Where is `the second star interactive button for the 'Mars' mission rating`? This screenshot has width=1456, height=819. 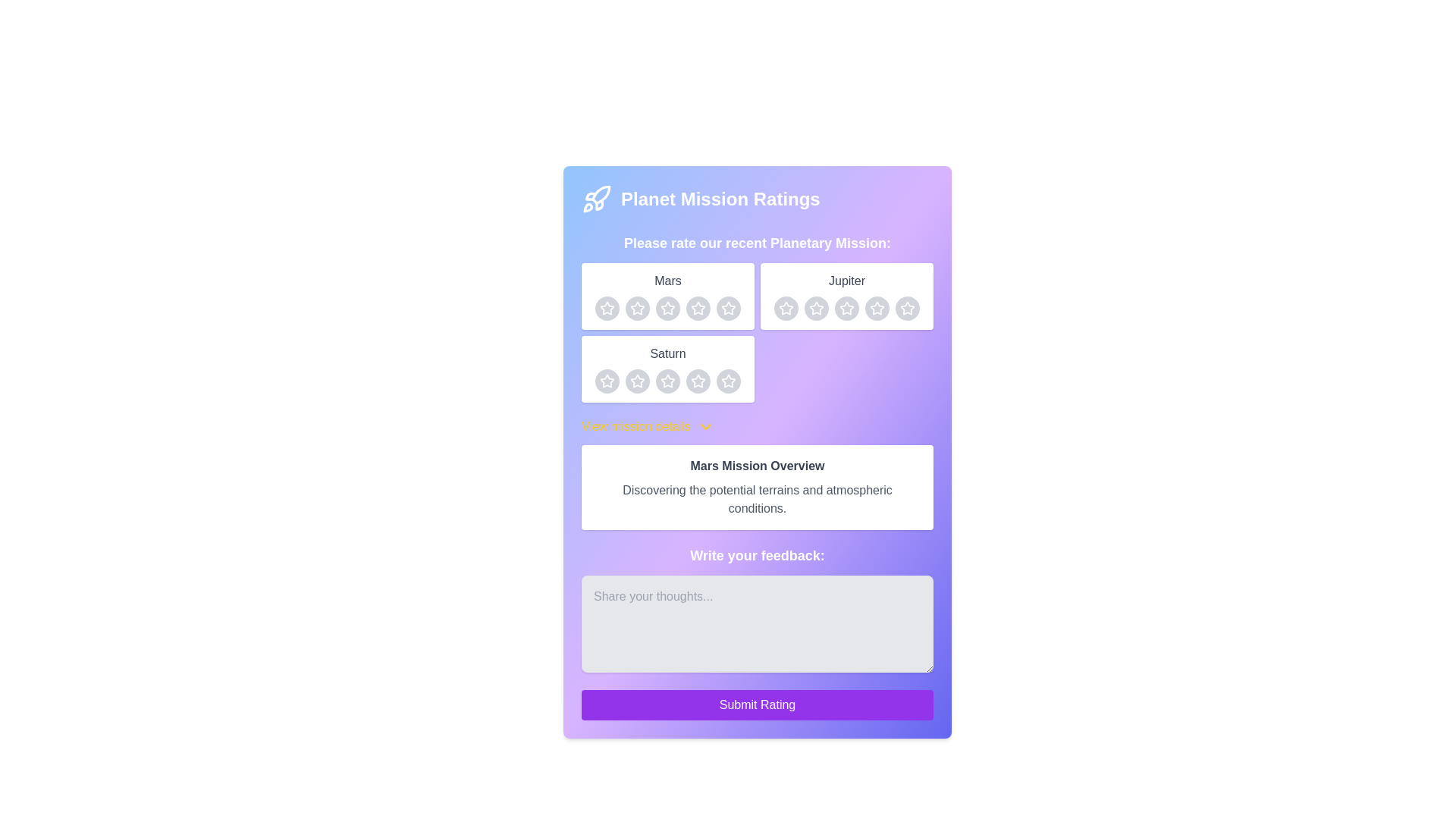
the second star interactive button for the 'Mars' mission rating is located at coordinates (637, 308).